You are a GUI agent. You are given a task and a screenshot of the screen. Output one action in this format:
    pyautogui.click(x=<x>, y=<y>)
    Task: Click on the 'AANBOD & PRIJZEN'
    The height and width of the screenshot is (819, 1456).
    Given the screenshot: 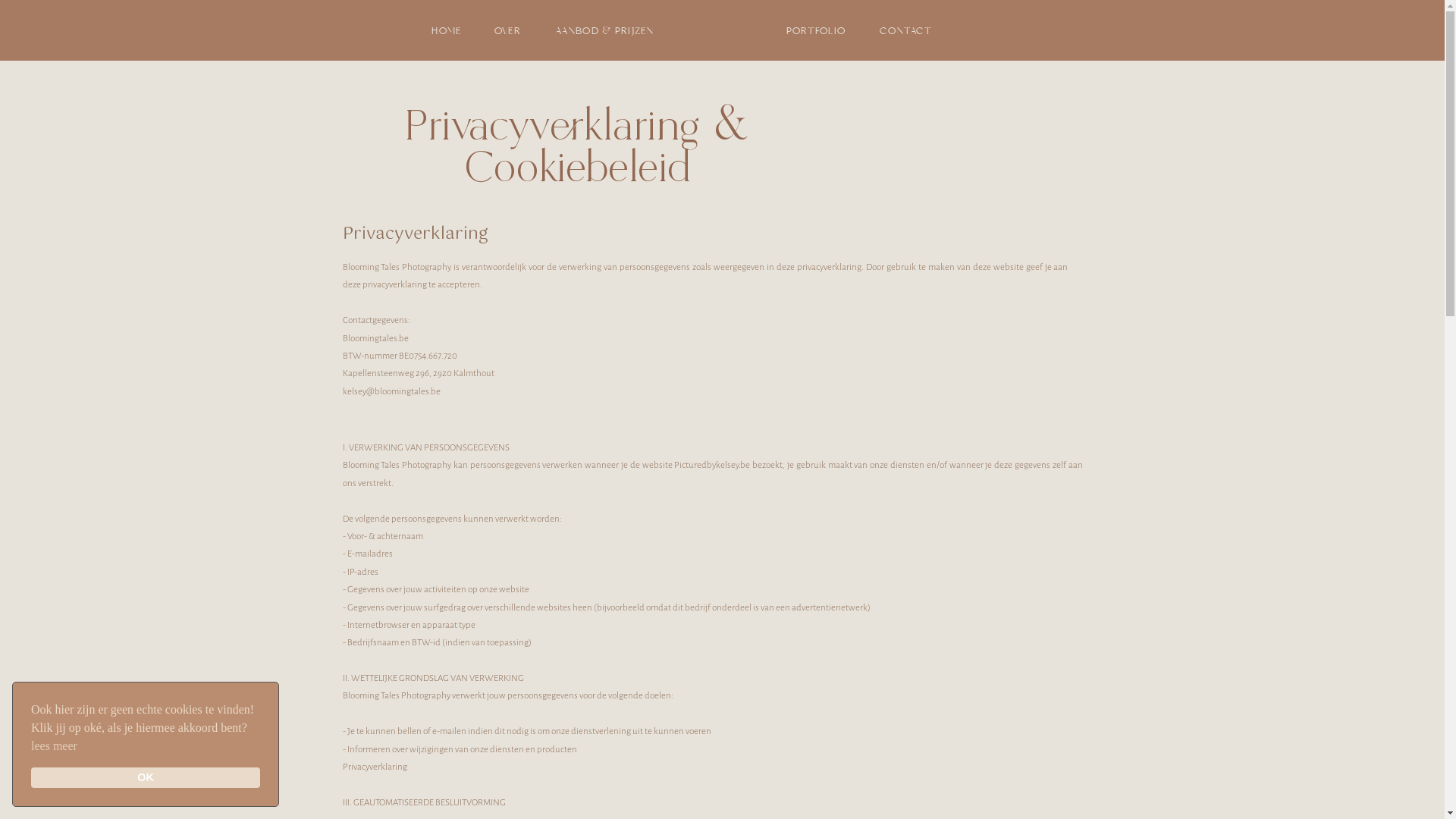 What is the action you would take?
    pyautogui.click(x=604, y=30)
    